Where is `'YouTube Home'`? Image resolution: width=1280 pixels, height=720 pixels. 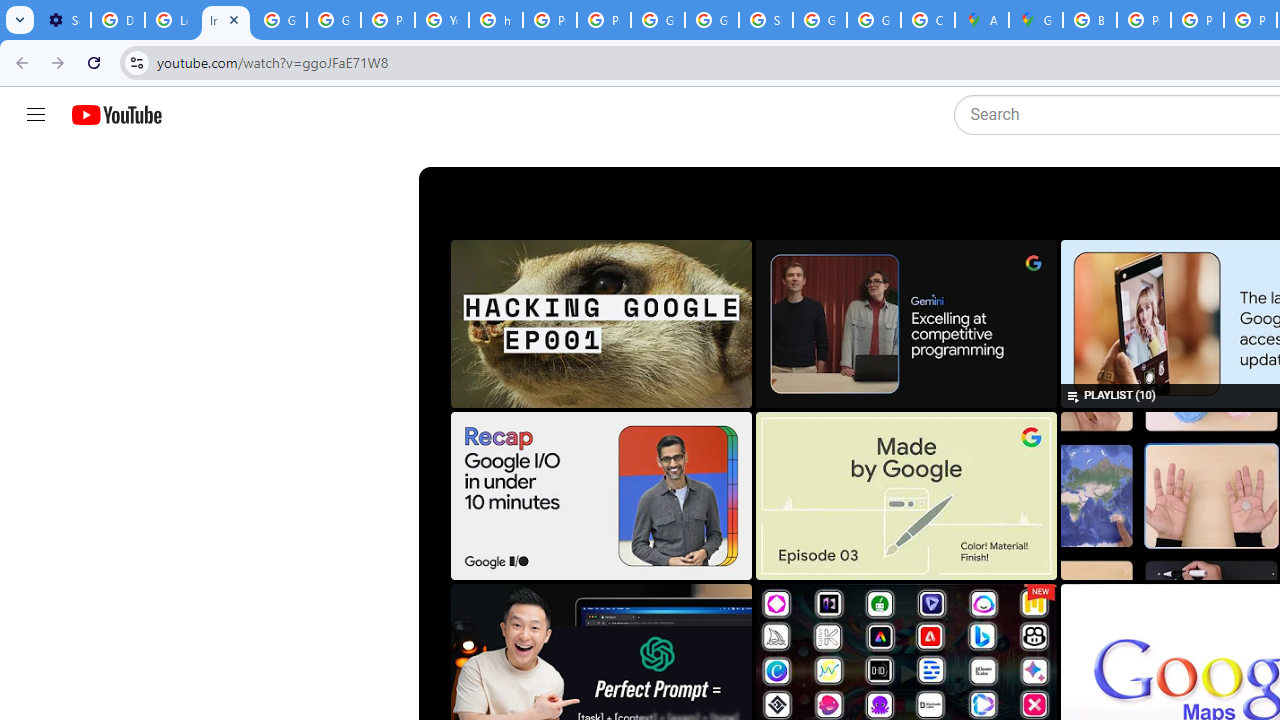
'YouTube Home' is located at coordinates (115, 115).